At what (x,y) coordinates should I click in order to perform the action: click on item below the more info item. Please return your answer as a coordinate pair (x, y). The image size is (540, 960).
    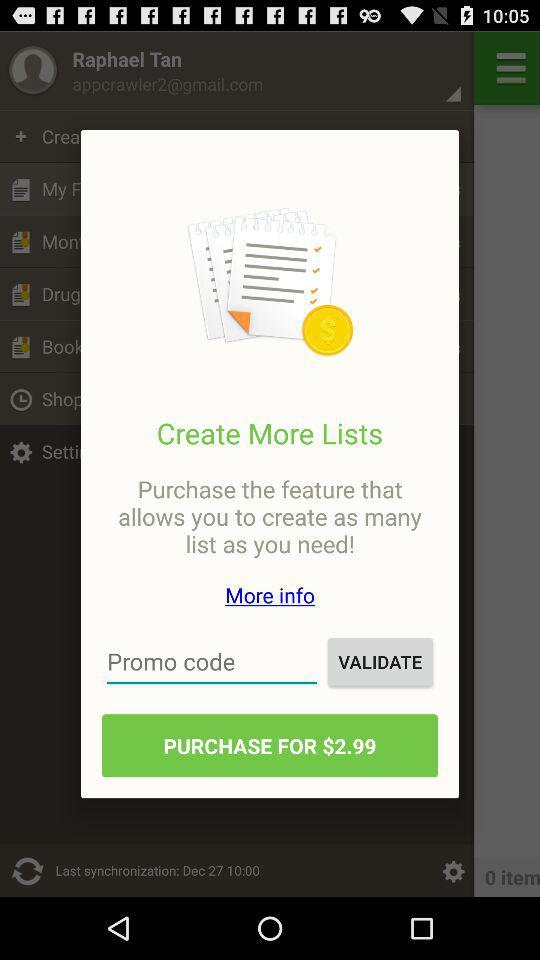
    Looking at the image, I should click on (211, 661).